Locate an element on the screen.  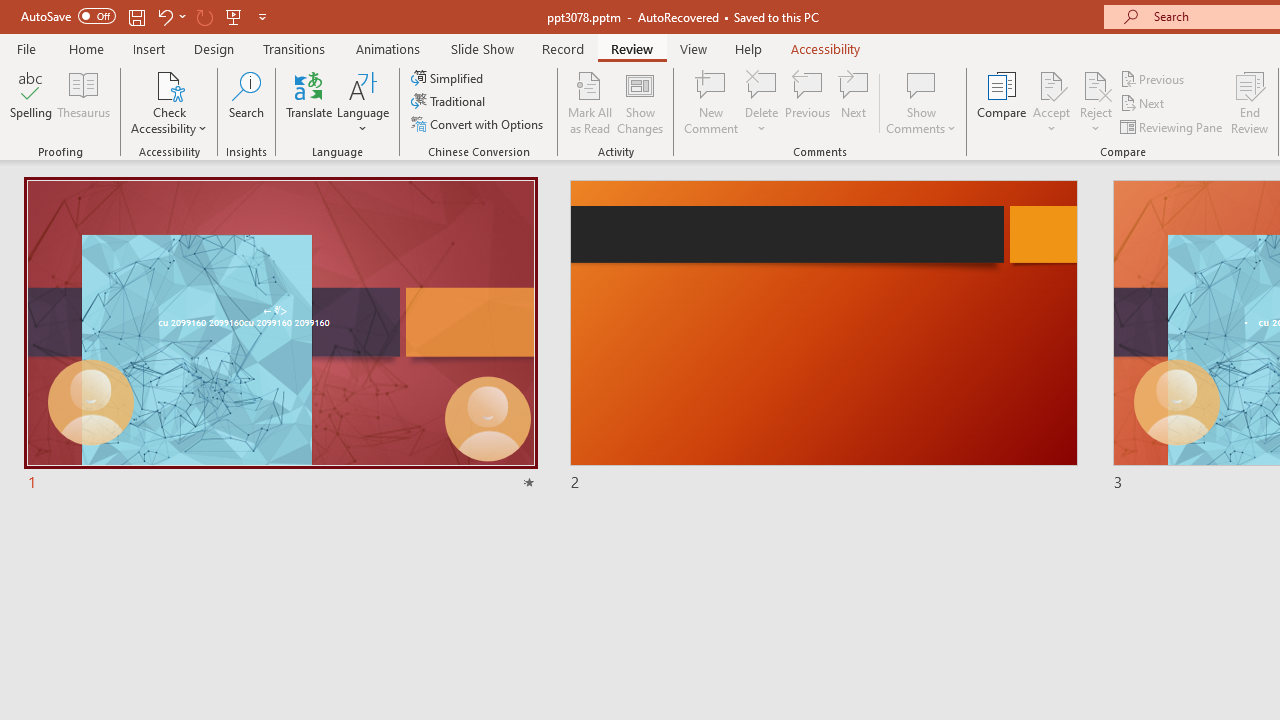
'Language' is located at coordinates (363, 103).